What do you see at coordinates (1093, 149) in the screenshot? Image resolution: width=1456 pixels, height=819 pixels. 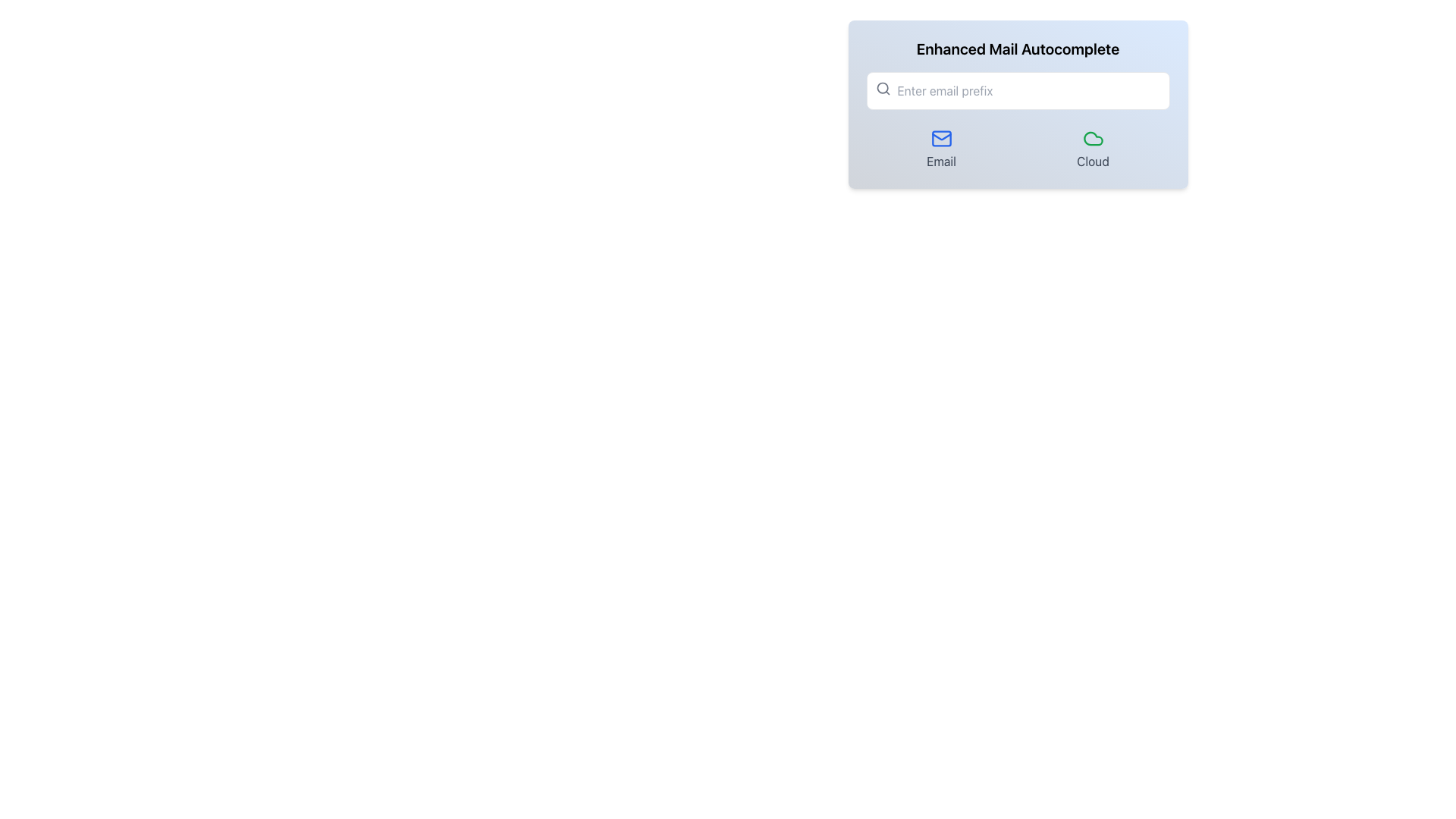 I see `the second composite clickable label with a green cloud-shaped icon and the text 'Cloud'` at bounding box center [1093, 149].